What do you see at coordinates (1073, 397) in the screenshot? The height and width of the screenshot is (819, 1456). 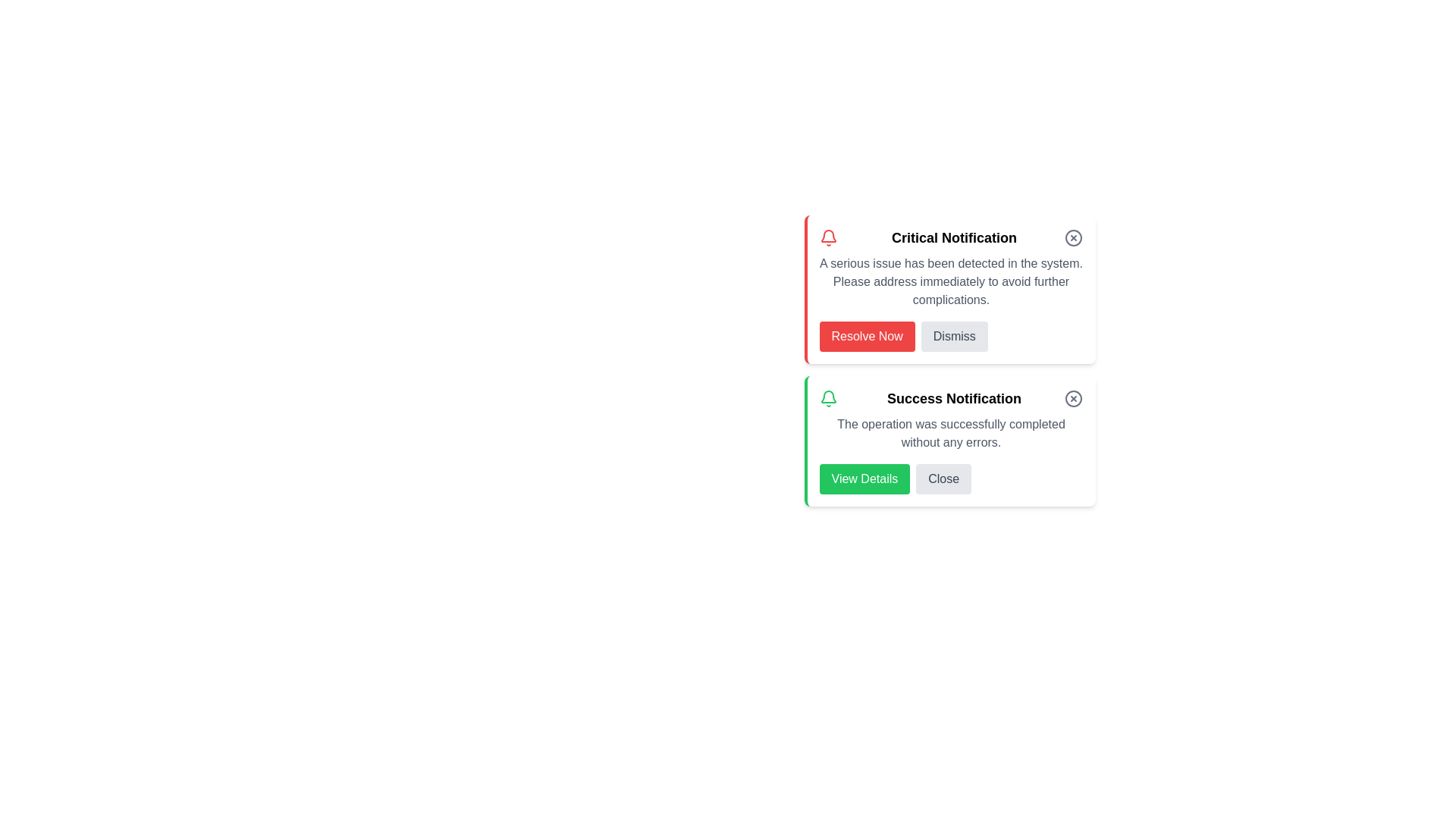 I see `the small circular button with an 'X' icon inside, located at the far-right side of the 'Success Notification' card` at bounding box center [1073, 397].